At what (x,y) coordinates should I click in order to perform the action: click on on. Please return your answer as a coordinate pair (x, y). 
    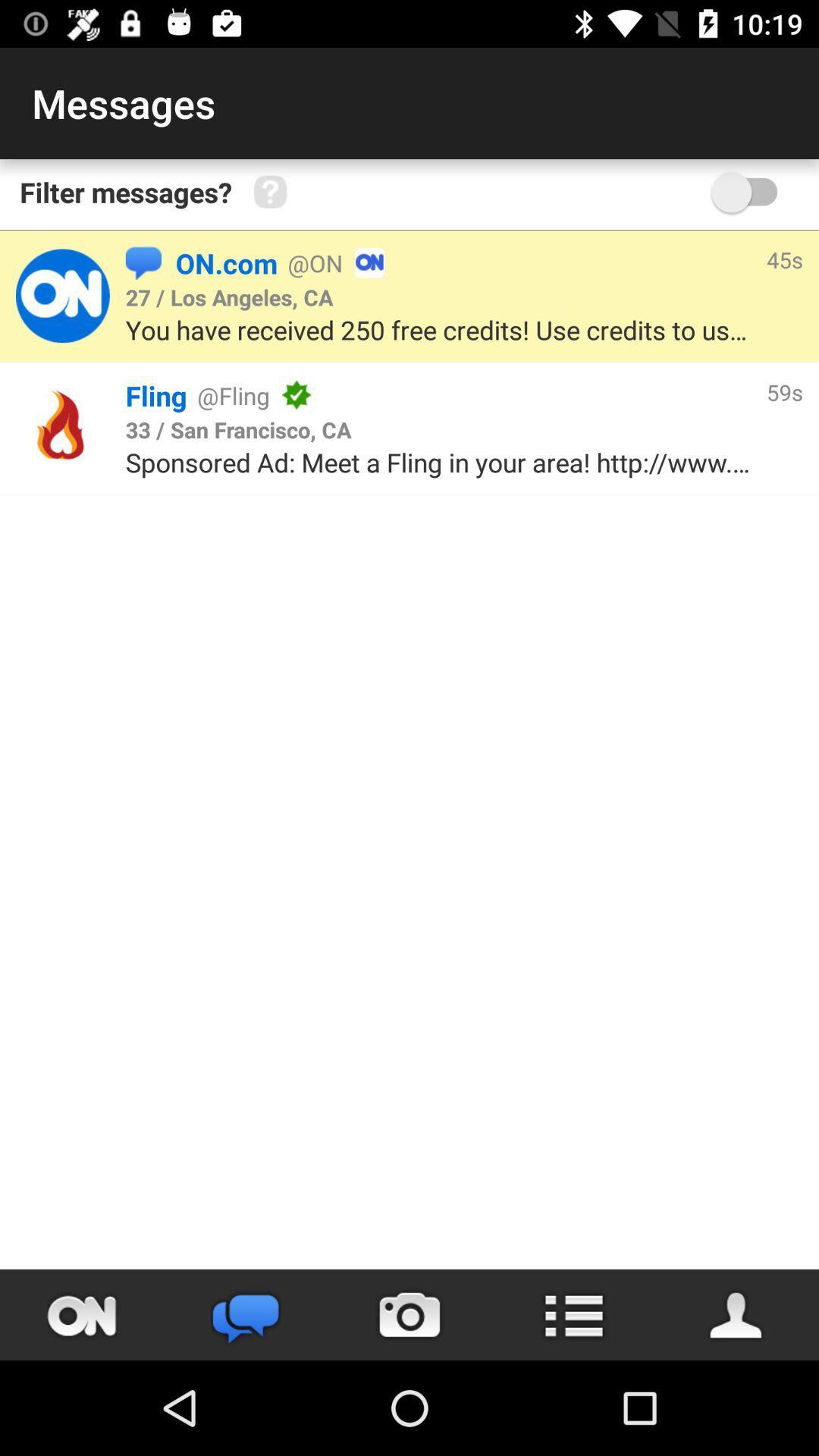
    Looking at the image, I should click on (82, 1314).